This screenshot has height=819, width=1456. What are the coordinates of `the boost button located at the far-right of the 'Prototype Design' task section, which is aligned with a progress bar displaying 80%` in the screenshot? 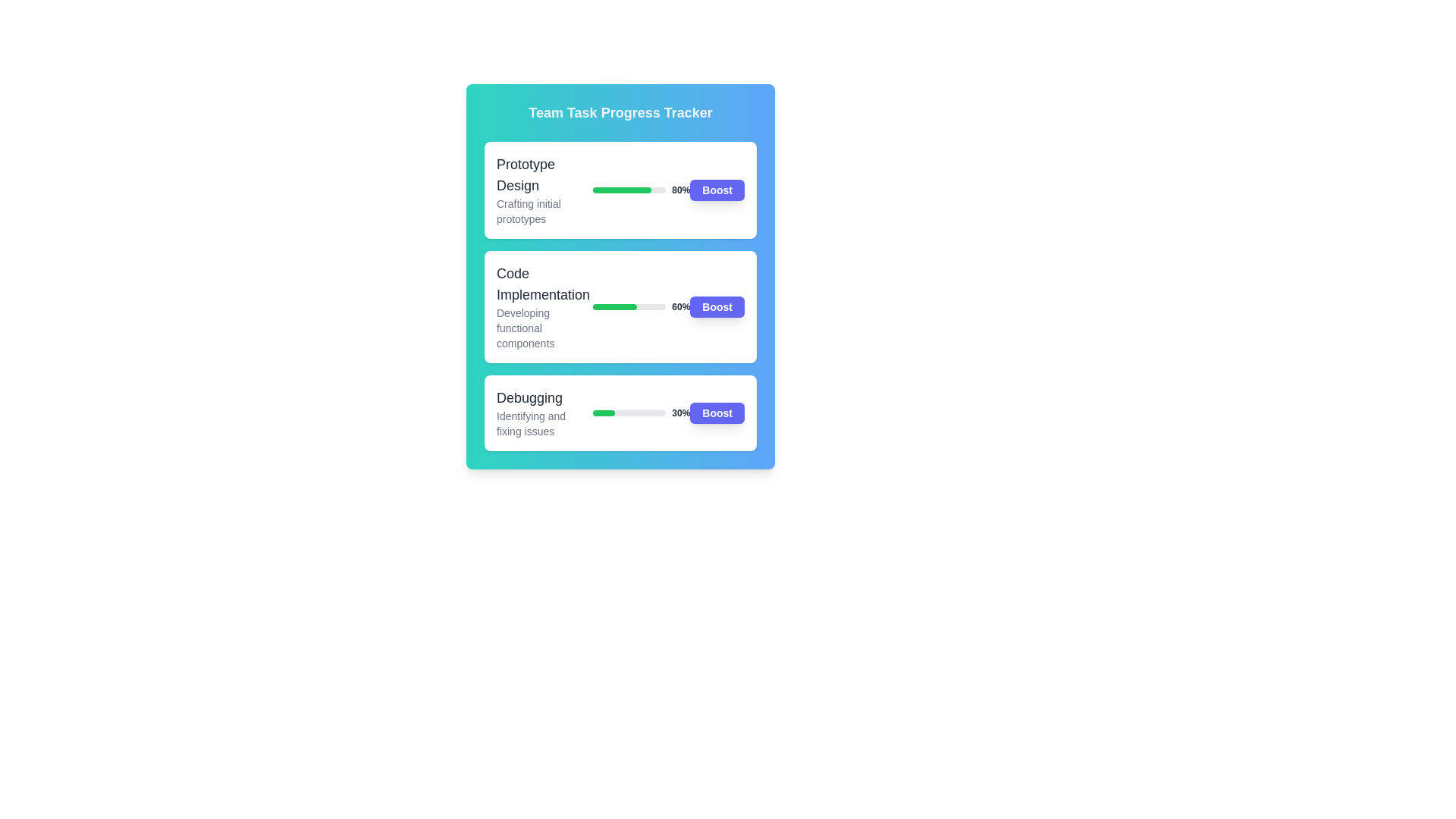 It's located at (717, 189).